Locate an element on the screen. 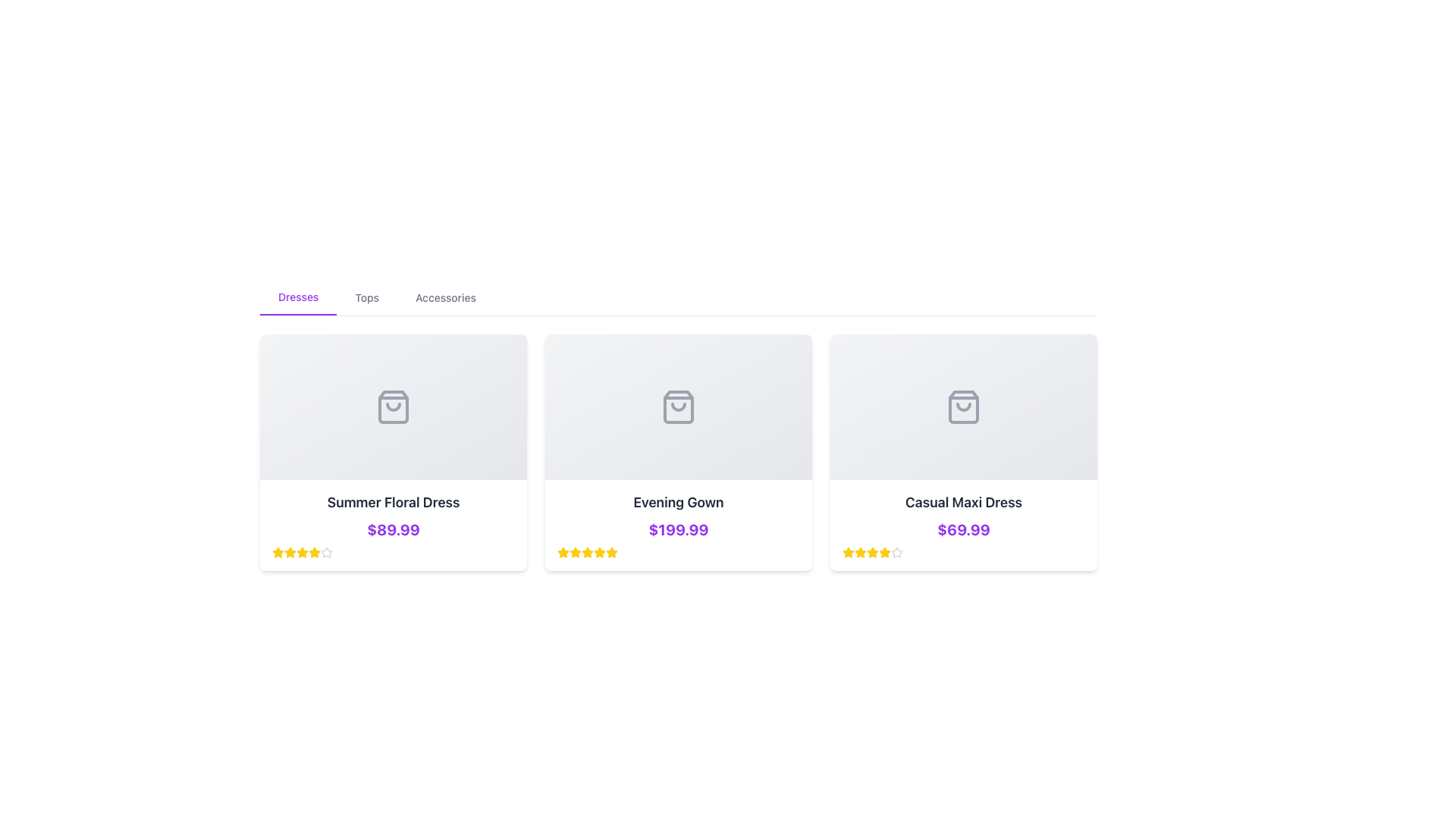 The width and height of the screenshot is (1456, 819). the shopping bag icon located at the center top of the 'Summer Floral Dress' card, which has a light grey line-drawn style is located at coordinates (393, 406).